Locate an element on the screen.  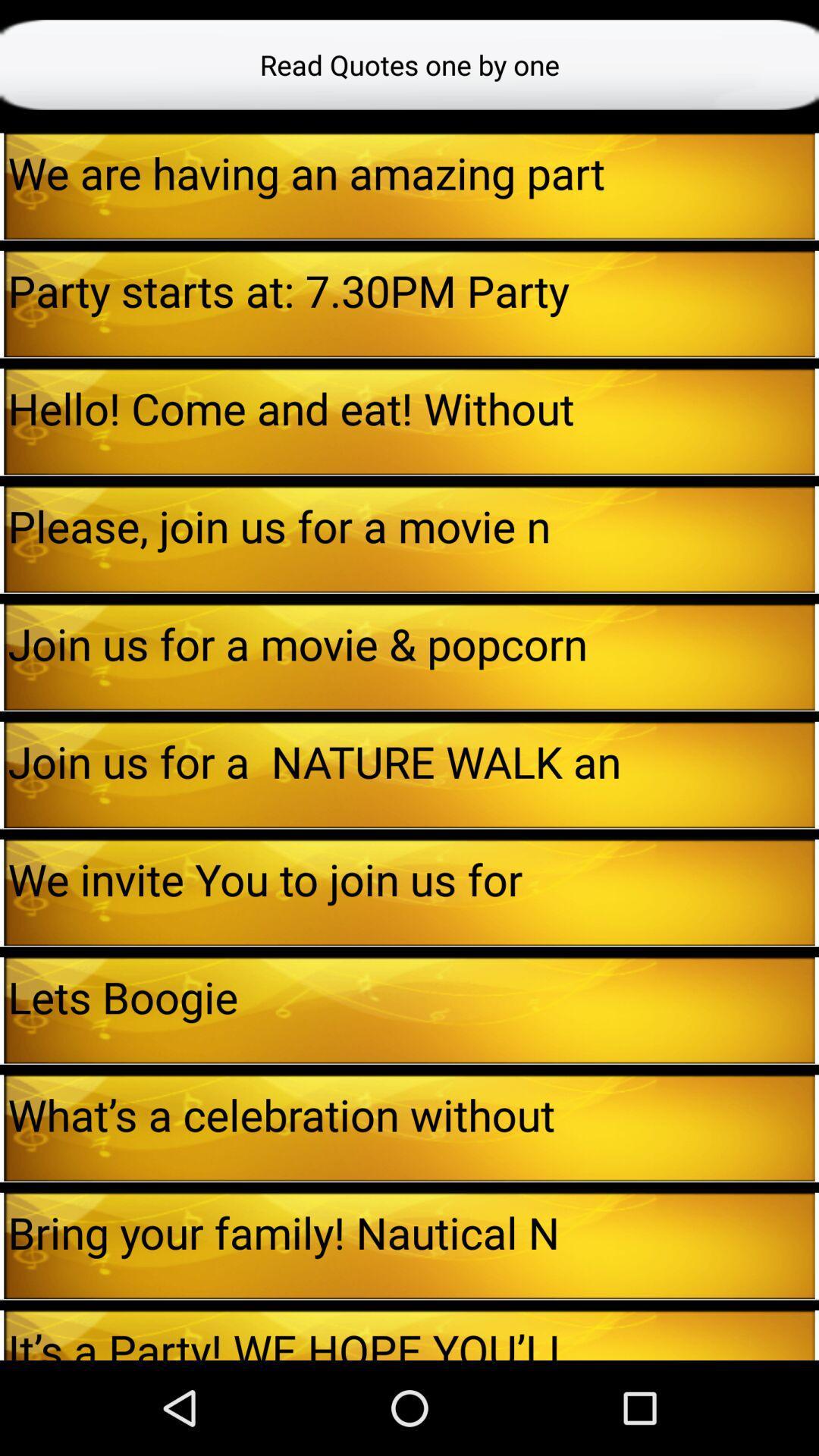
the item below read quotes one icon is located at coordinates (2, 185).